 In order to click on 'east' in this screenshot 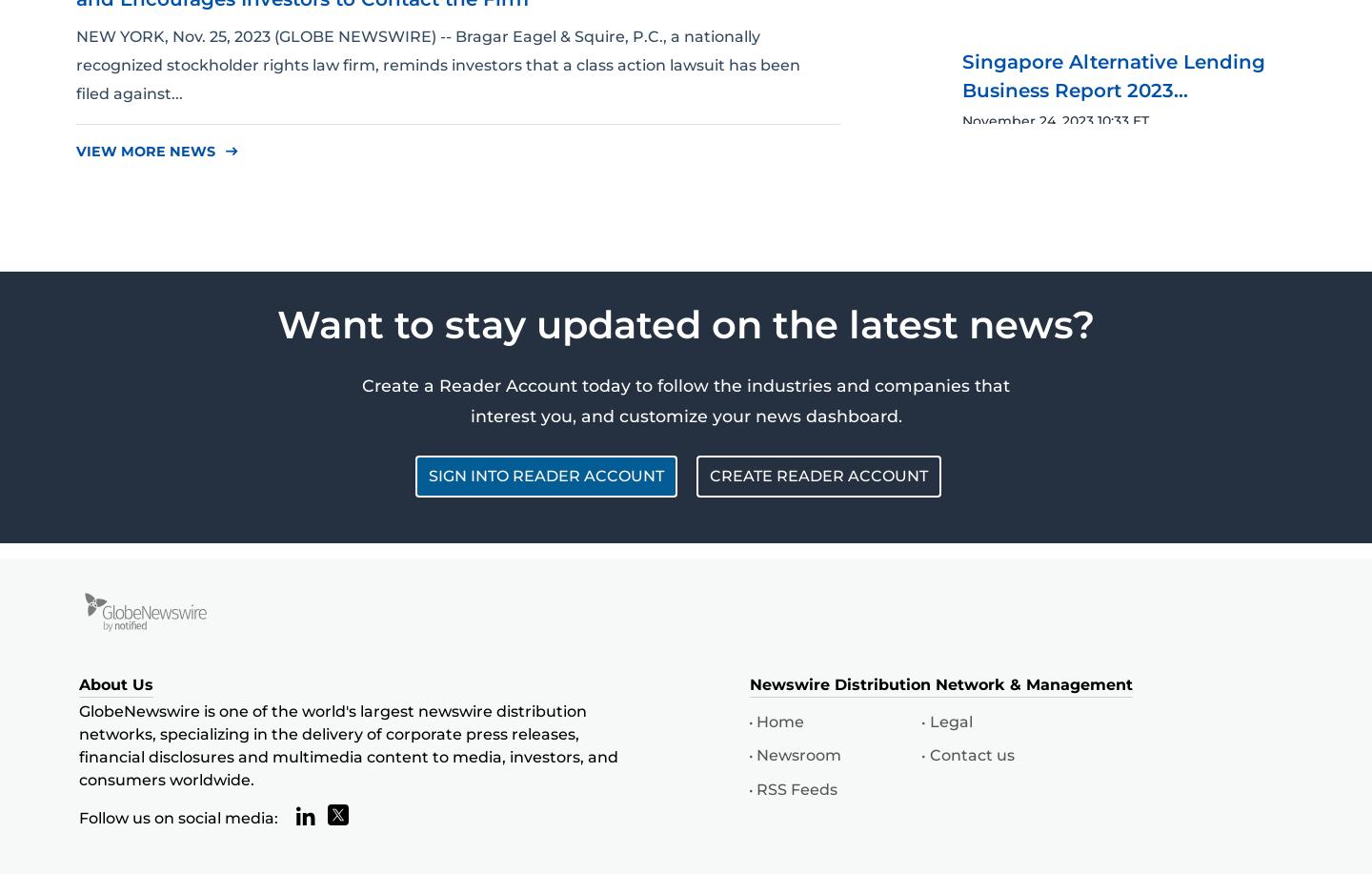, I will do `click(225, 150)`.